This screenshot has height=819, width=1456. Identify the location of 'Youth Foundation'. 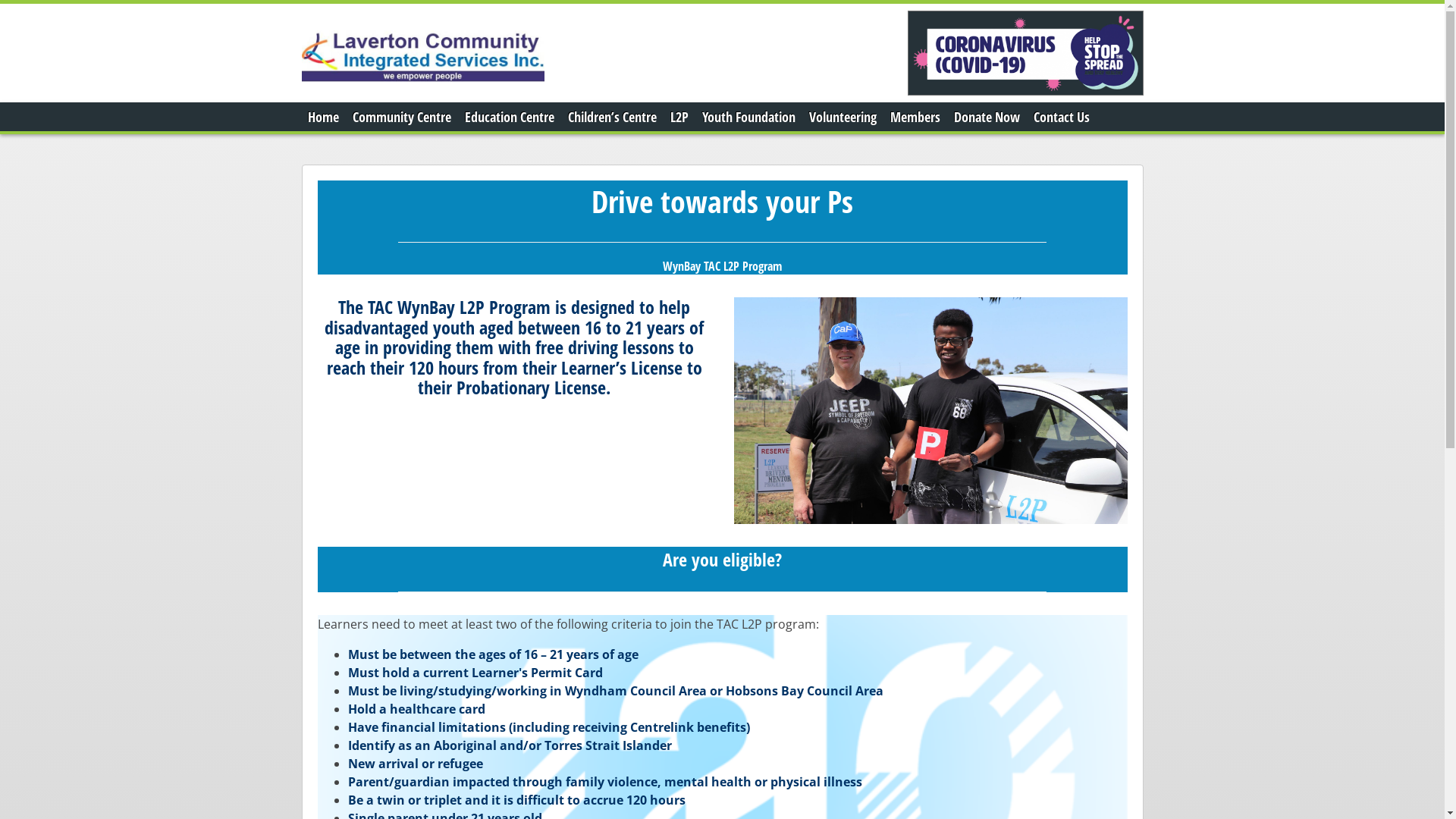
(748, 116).